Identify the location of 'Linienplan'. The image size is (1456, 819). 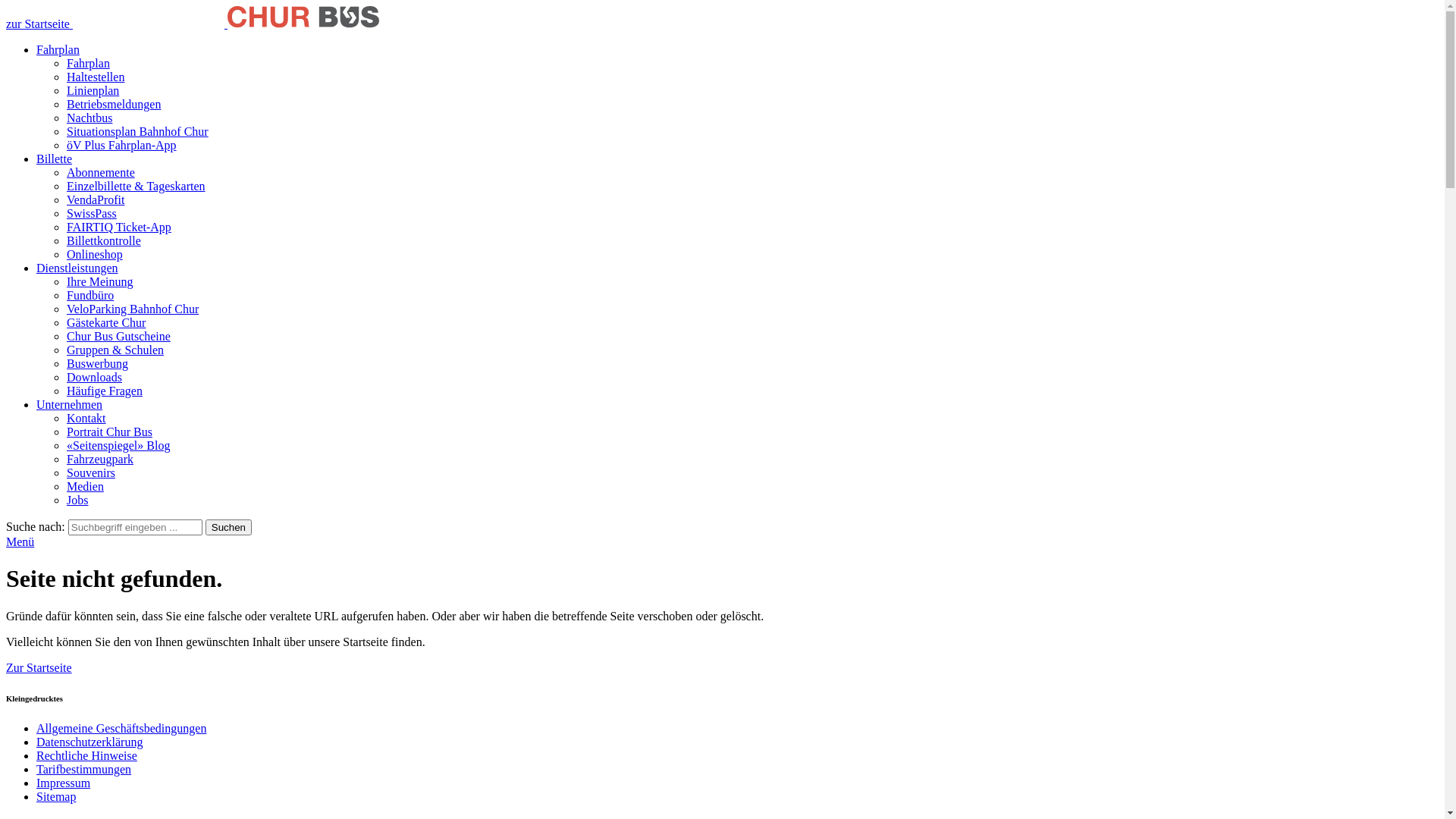
(92, 90).